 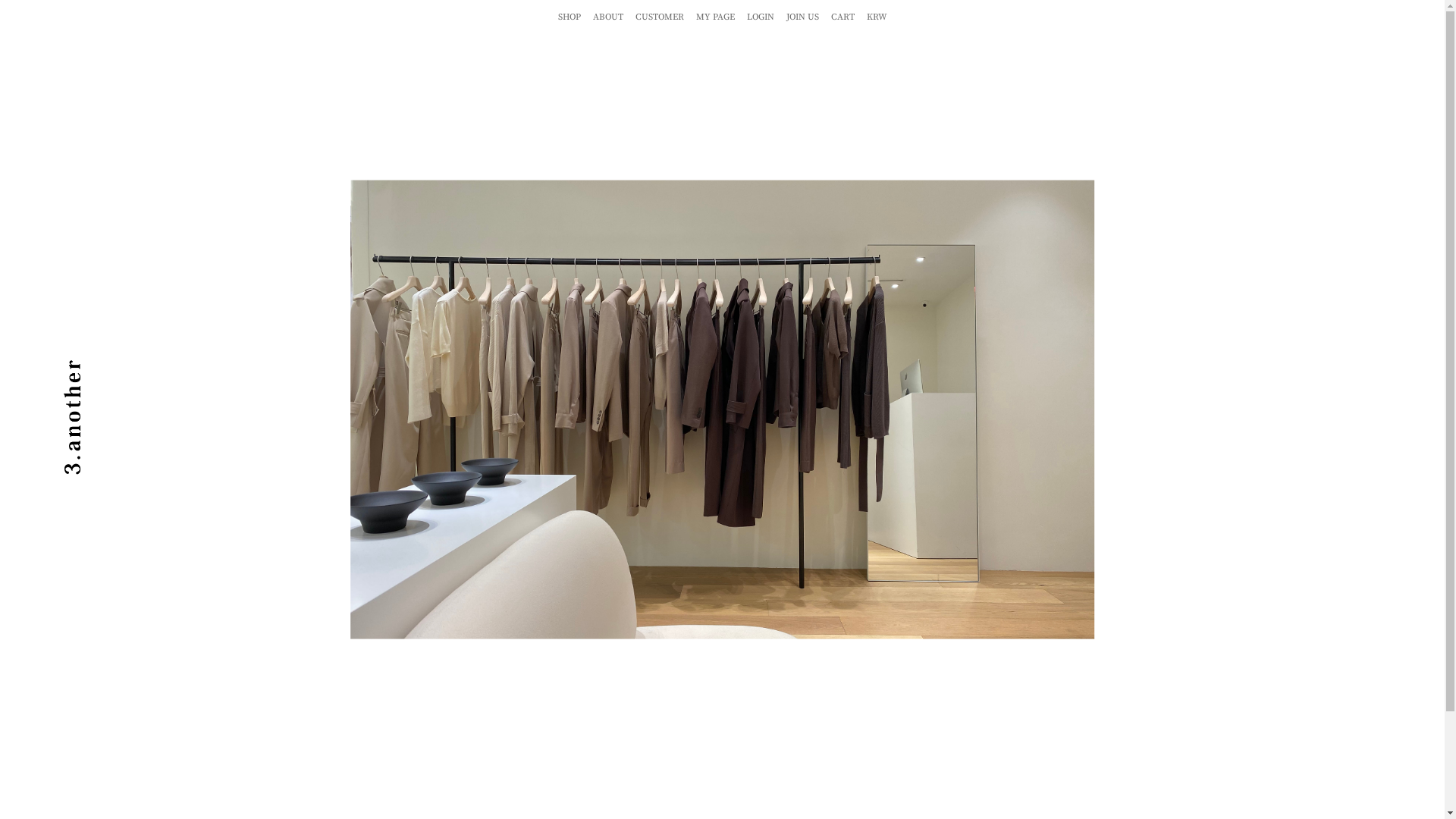 I want to click on 'MY PAGE', so click(x=695, y=17).